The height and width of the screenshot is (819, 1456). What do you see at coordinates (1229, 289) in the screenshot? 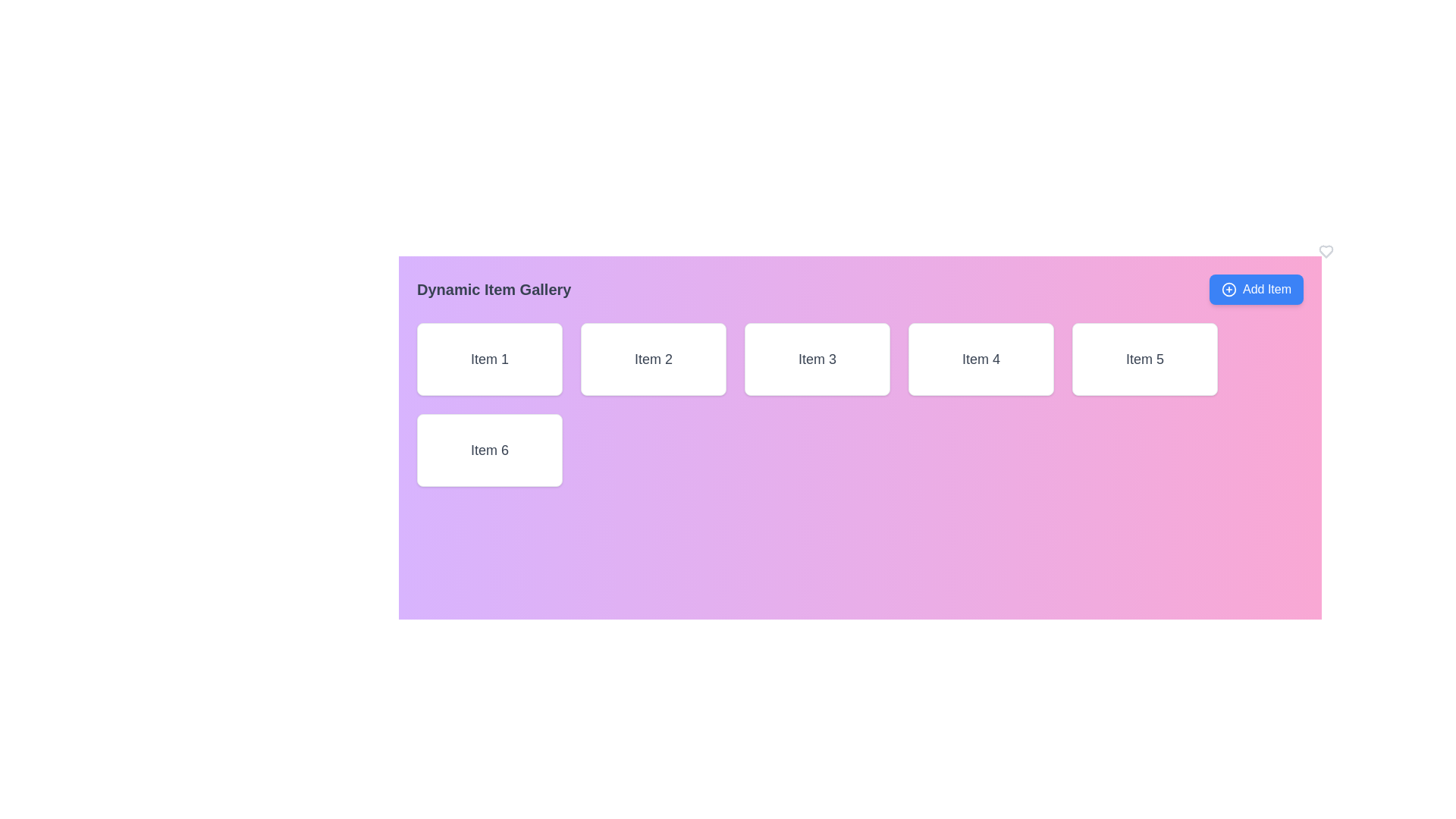
I see `the circular icon with a plus symbol located in the top-right corner of the blue 'Add Item' button` at bounding box center [1229, 289].